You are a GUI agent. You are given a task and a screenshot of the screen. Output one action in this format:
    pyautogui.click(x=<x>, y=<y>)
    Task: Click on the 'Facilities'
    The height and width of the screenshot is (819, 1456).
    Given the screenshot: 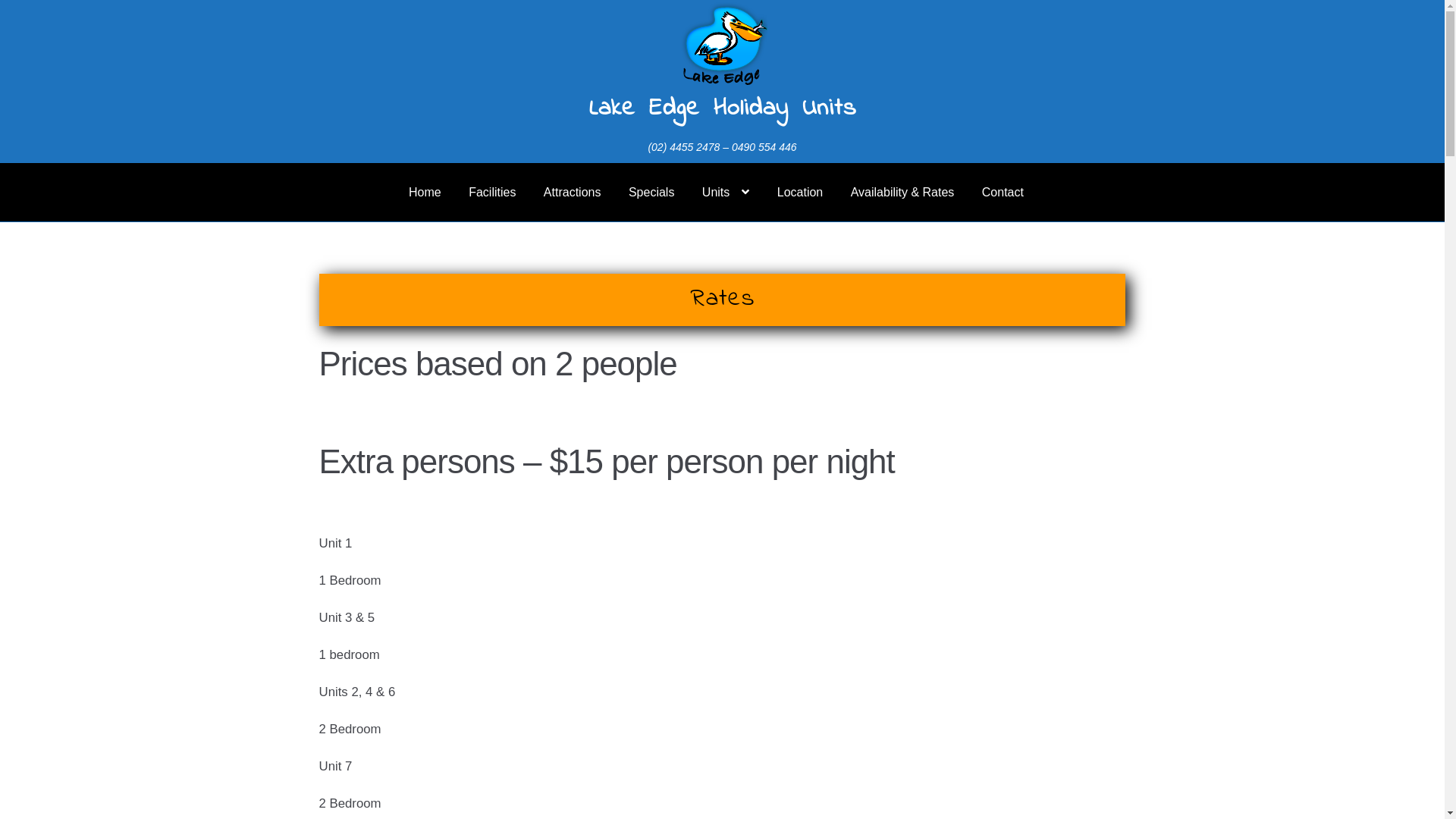 What is the action you would take?
    pyautogui.click(x=491, y=192)
    